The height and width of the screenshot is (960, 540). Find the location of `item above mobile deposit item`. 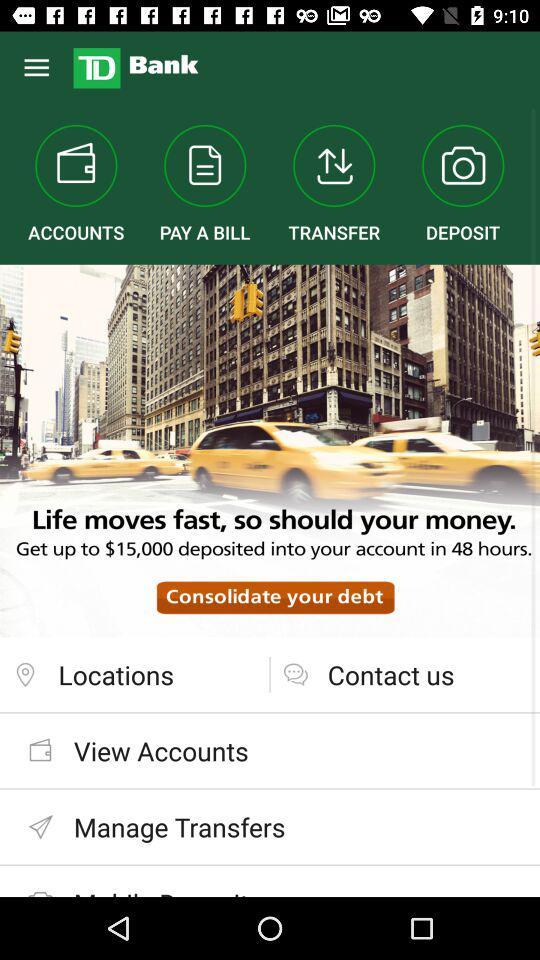

item above mobile deposit item is located at coordinates (270, 827).